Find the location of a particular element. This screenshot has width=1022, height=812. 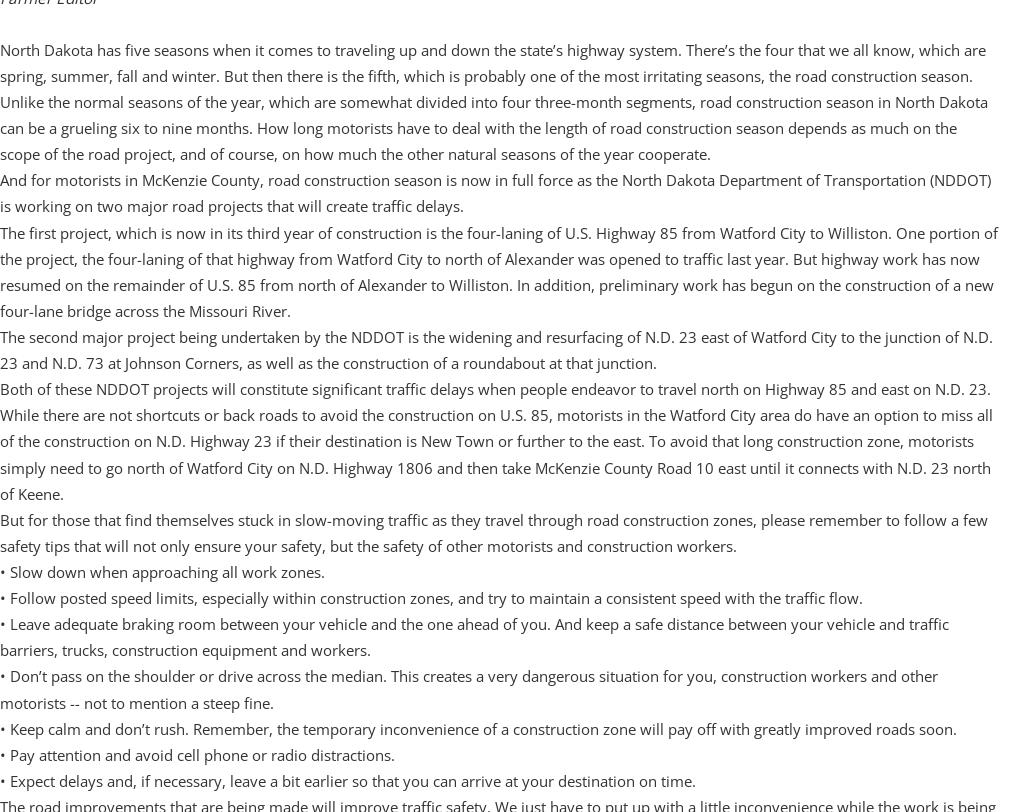

'701-842-2351' is located at coordinates (108, 46).